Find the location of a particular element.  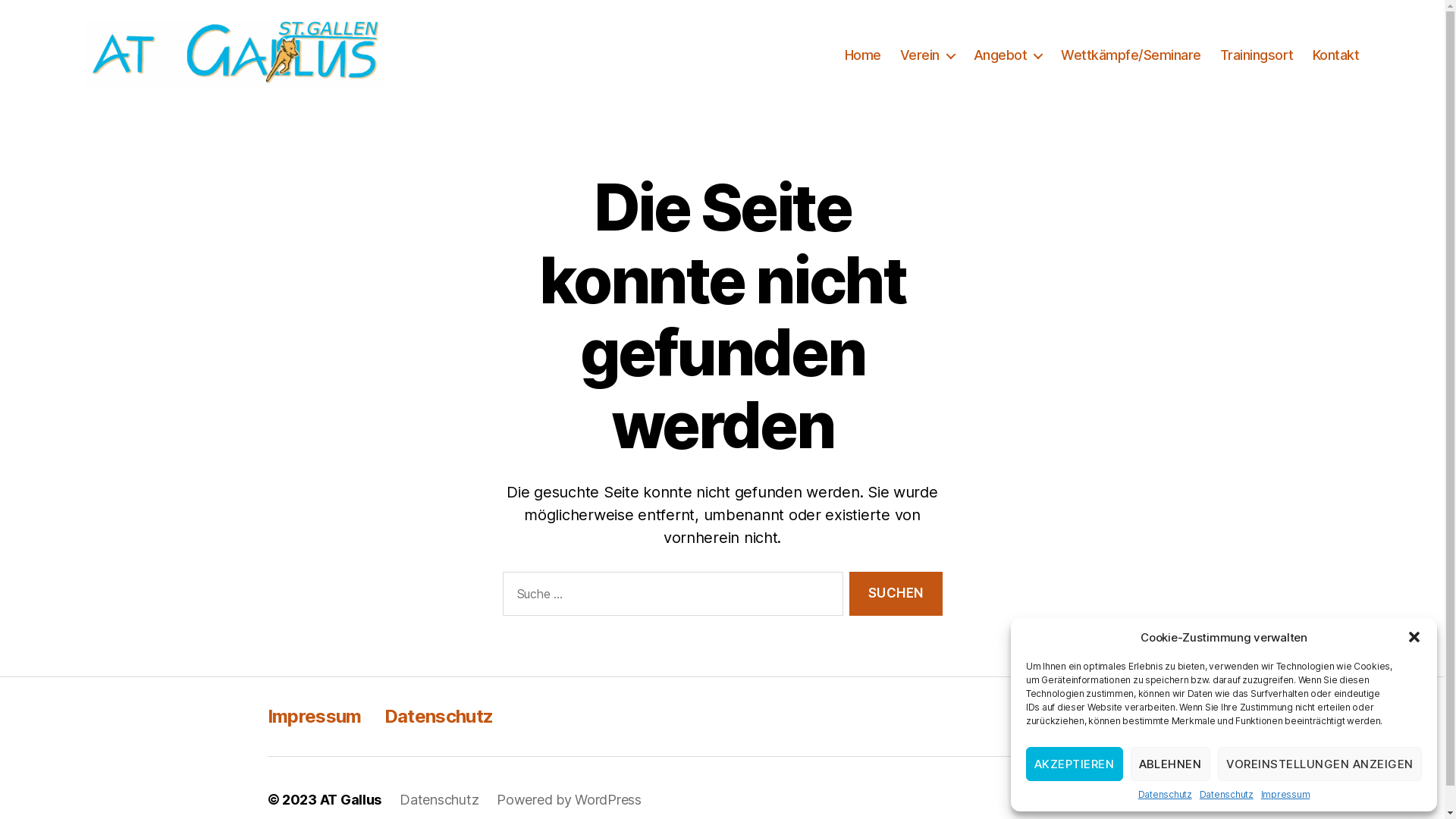

'AKZEPTIEREN' is located at coordinates (1073, 764).